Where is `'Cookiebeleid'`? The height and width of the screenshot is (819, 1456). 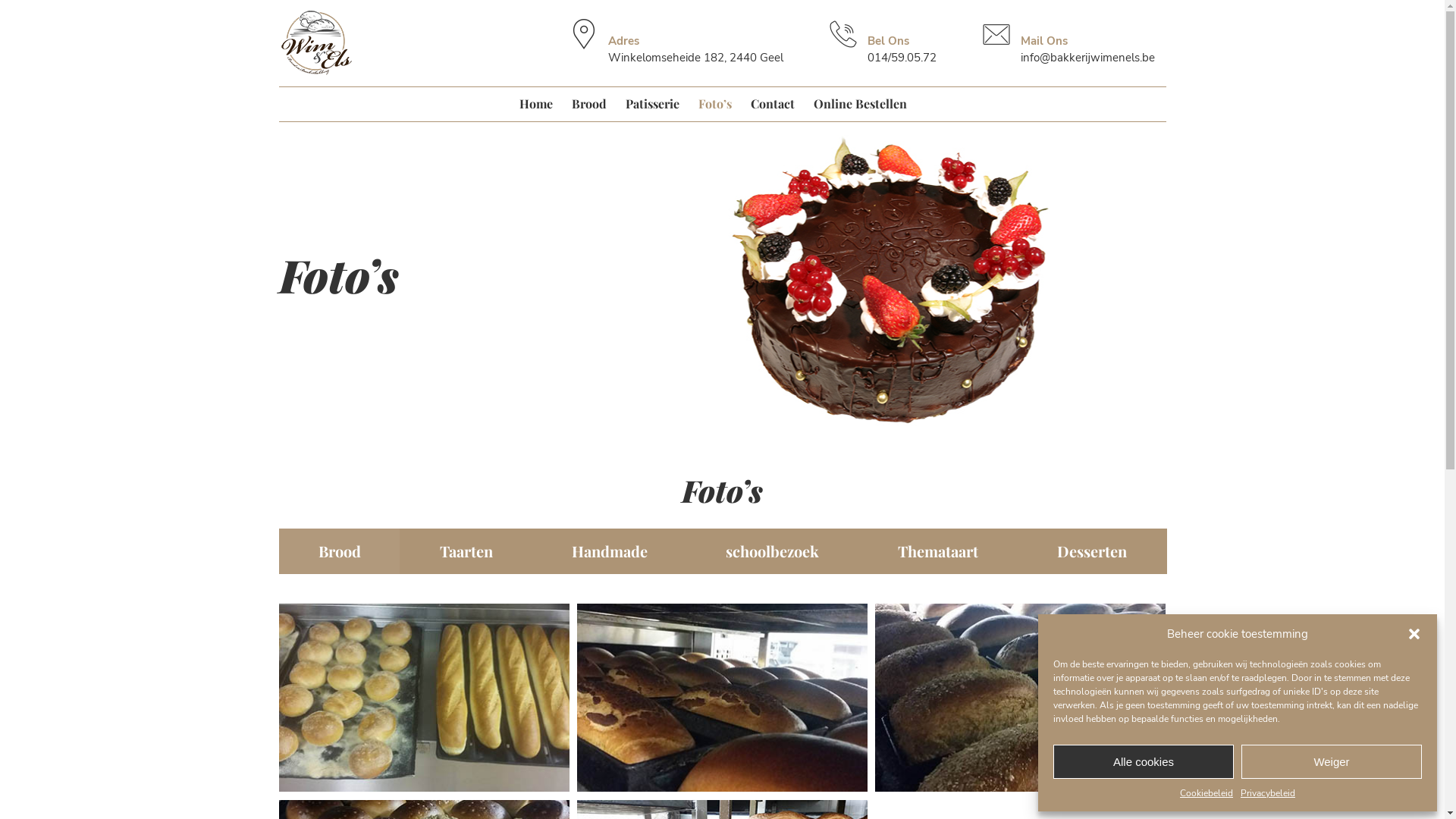 'Cookiebeleid' is located at coordinates (1205, 792).